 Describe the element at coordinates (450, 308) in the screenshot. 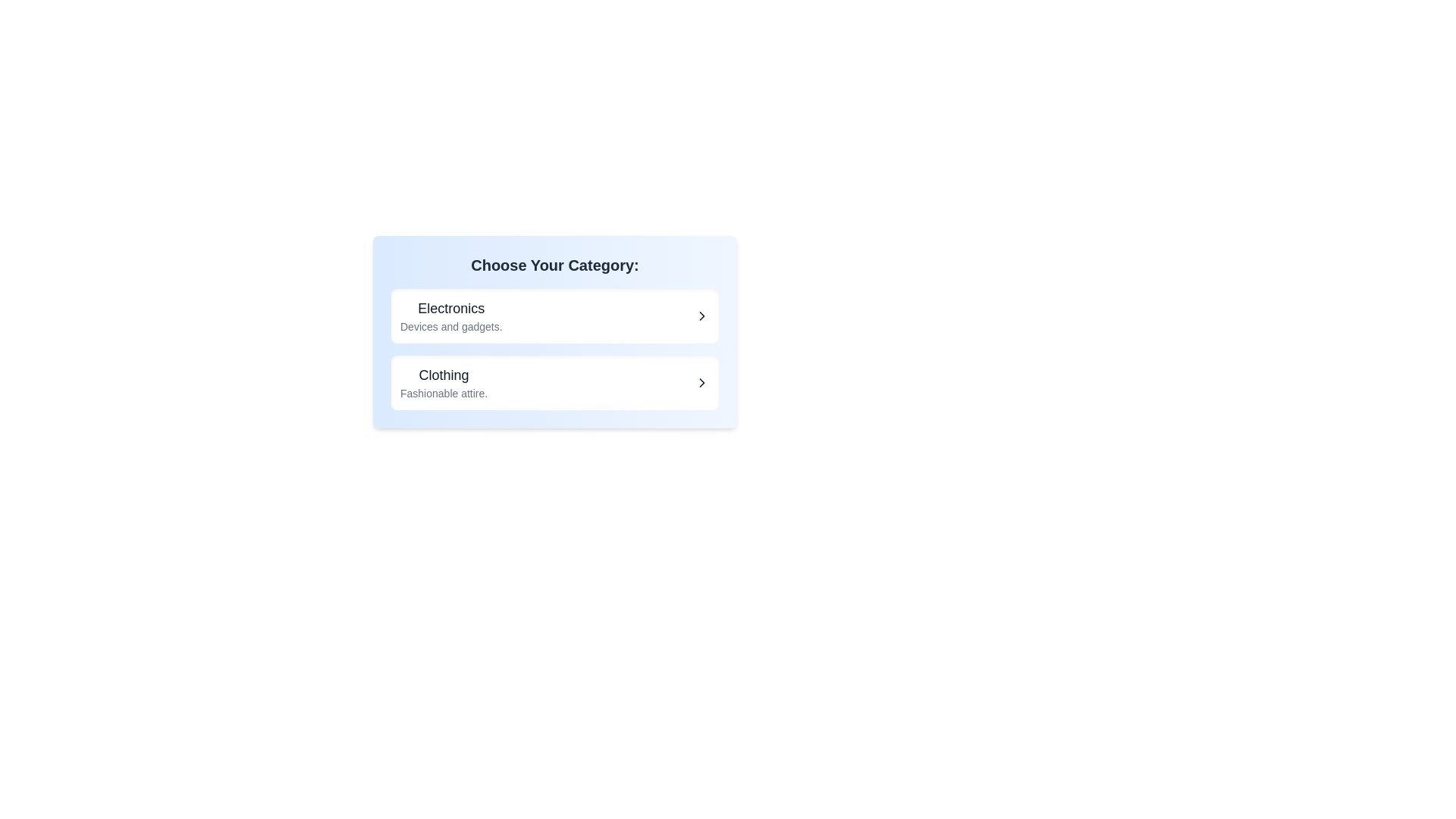

I see `the prominent text label element reading 'Electronics', which is styled in bold and larger font, positioned above the descriptive text 'Devices and gadgets.'` at that location.